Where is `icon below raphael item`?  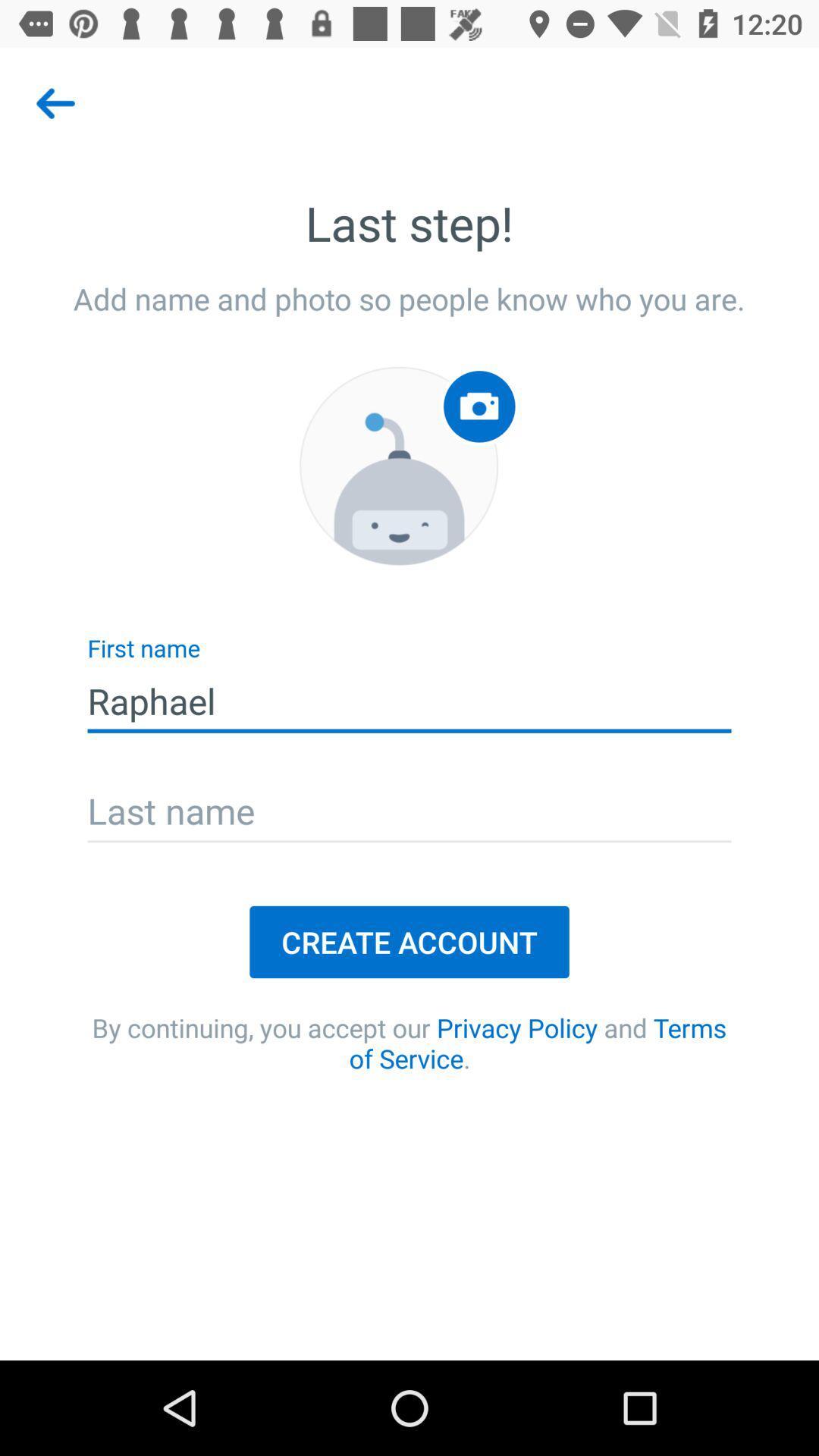
icon below raphael item is located at coordinates (409, 812).